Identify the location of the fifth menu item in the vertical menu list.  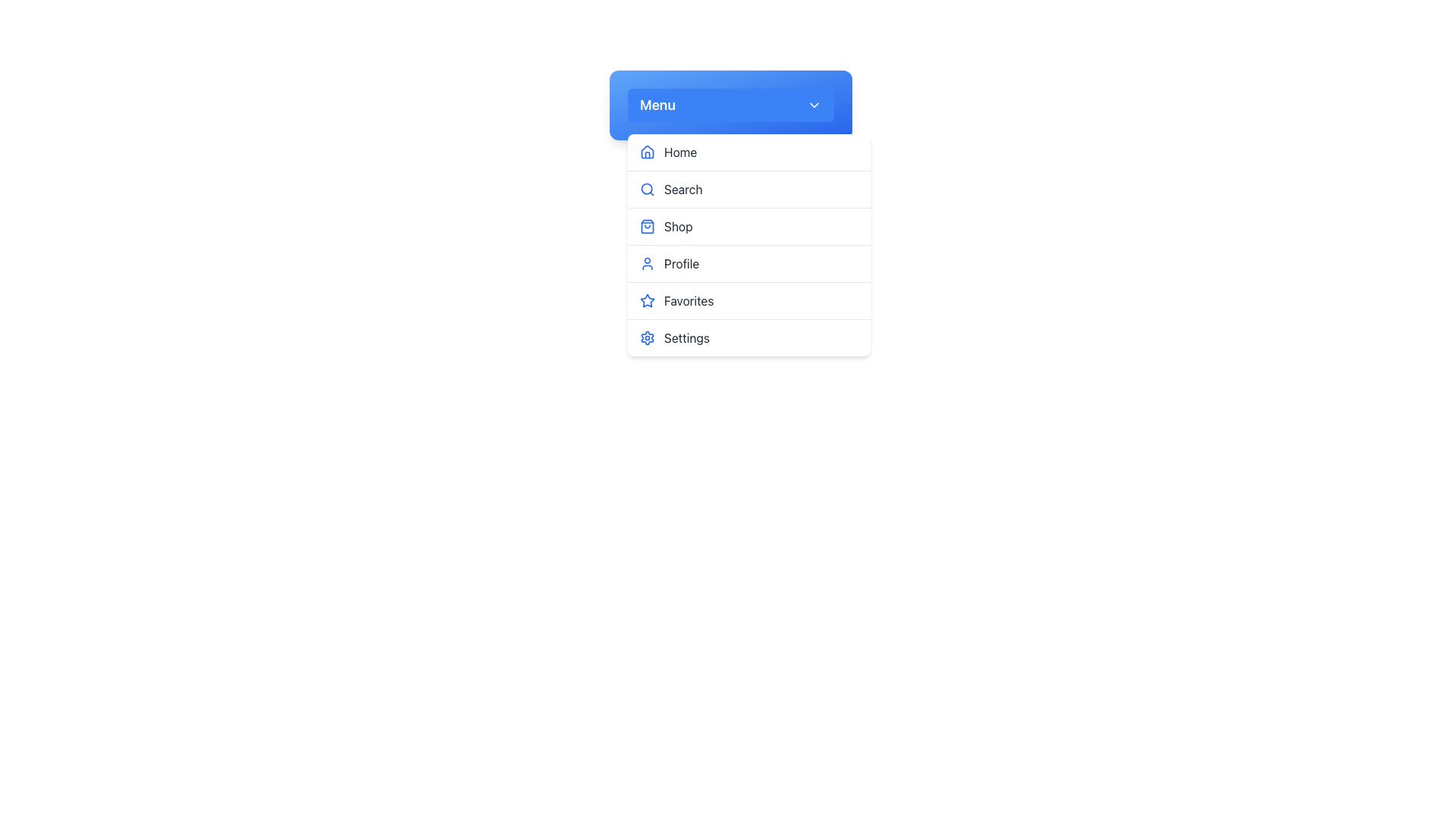
(749, 301).